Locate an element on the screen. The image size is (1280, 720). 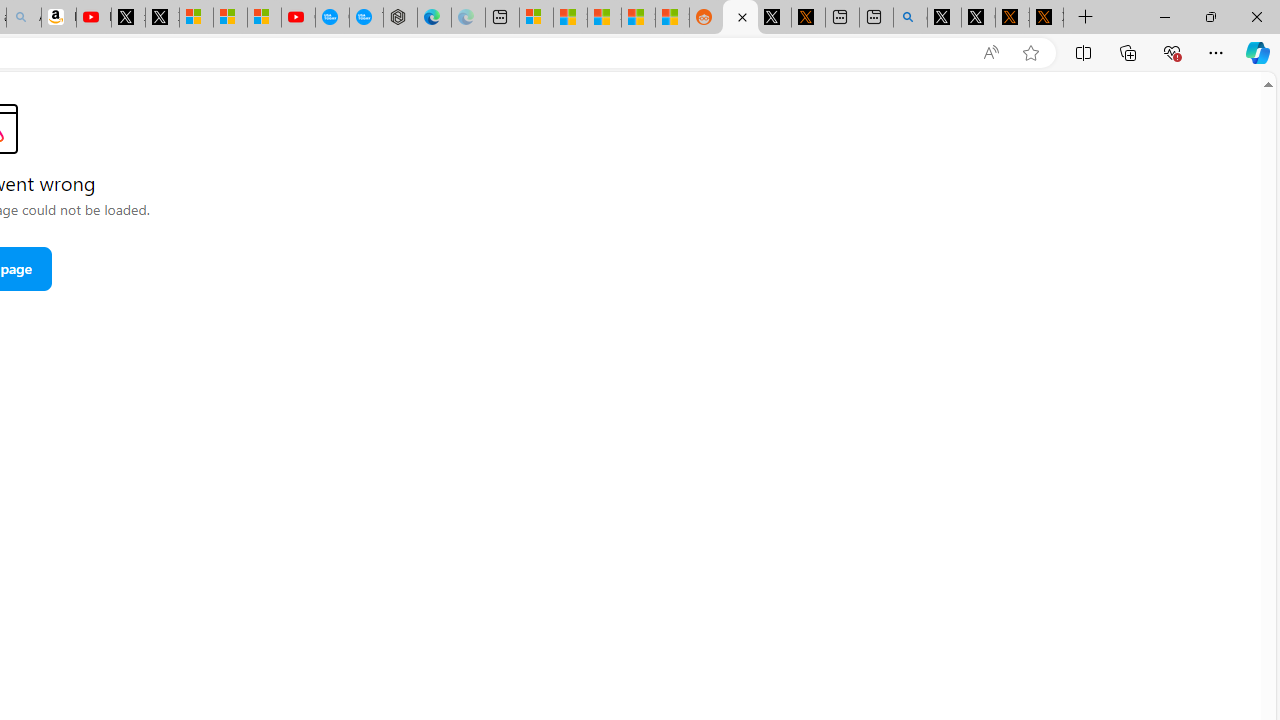
'help.x.com | 524: A timeout occurred' is located at coordinates (808, 17).